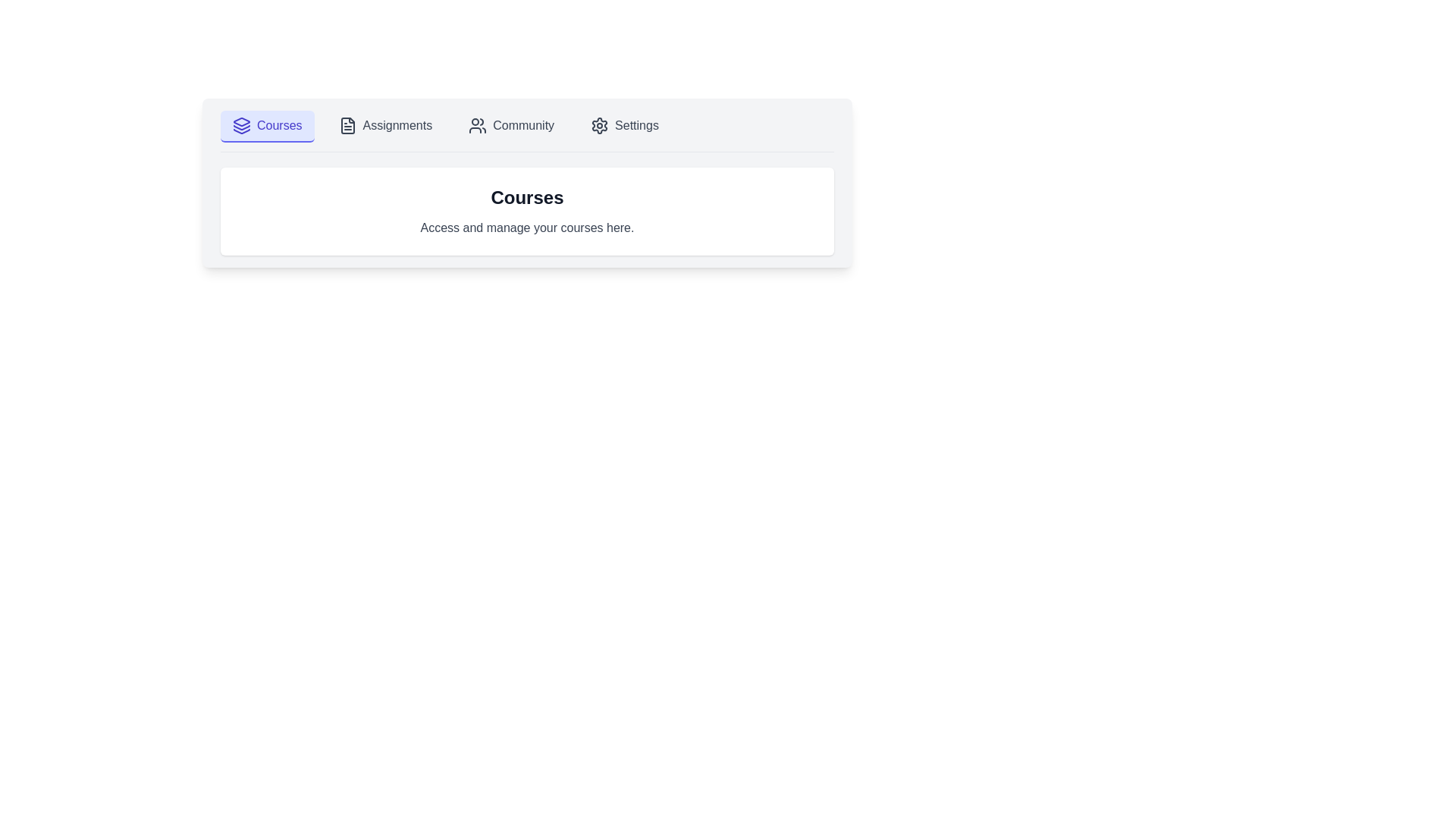 Image resolution: width=1456 pixels, height=819 pixels. I want to click on the icon resembling a group of people located in the navigation menu bar next to the 'Community' text, so click(477, 124).